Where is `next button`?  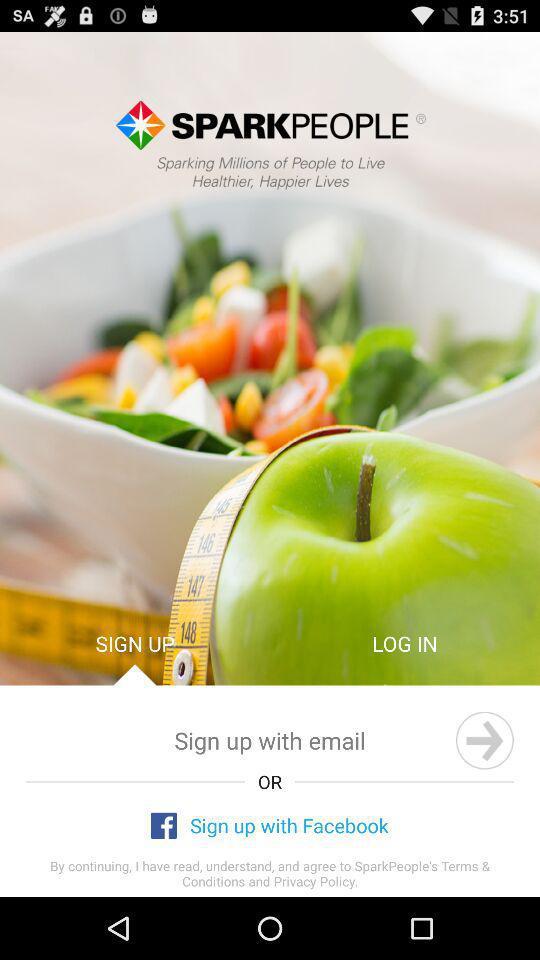 next button is located at coordinates (483, 739).